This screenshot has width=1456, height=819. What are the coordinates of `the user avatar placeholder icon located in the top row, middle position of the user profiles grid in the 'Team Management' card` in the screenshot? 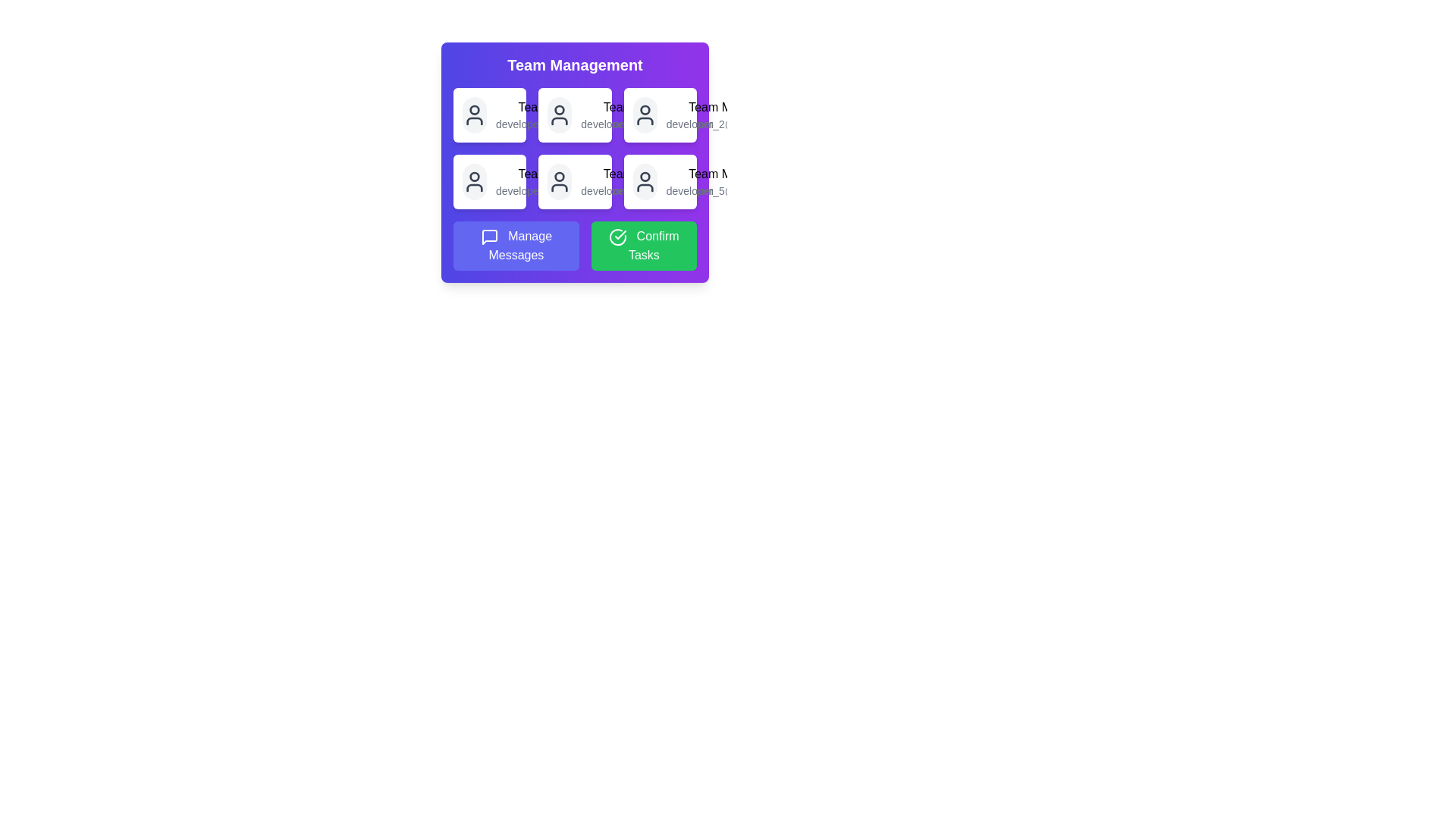 It's located at (559, 114).